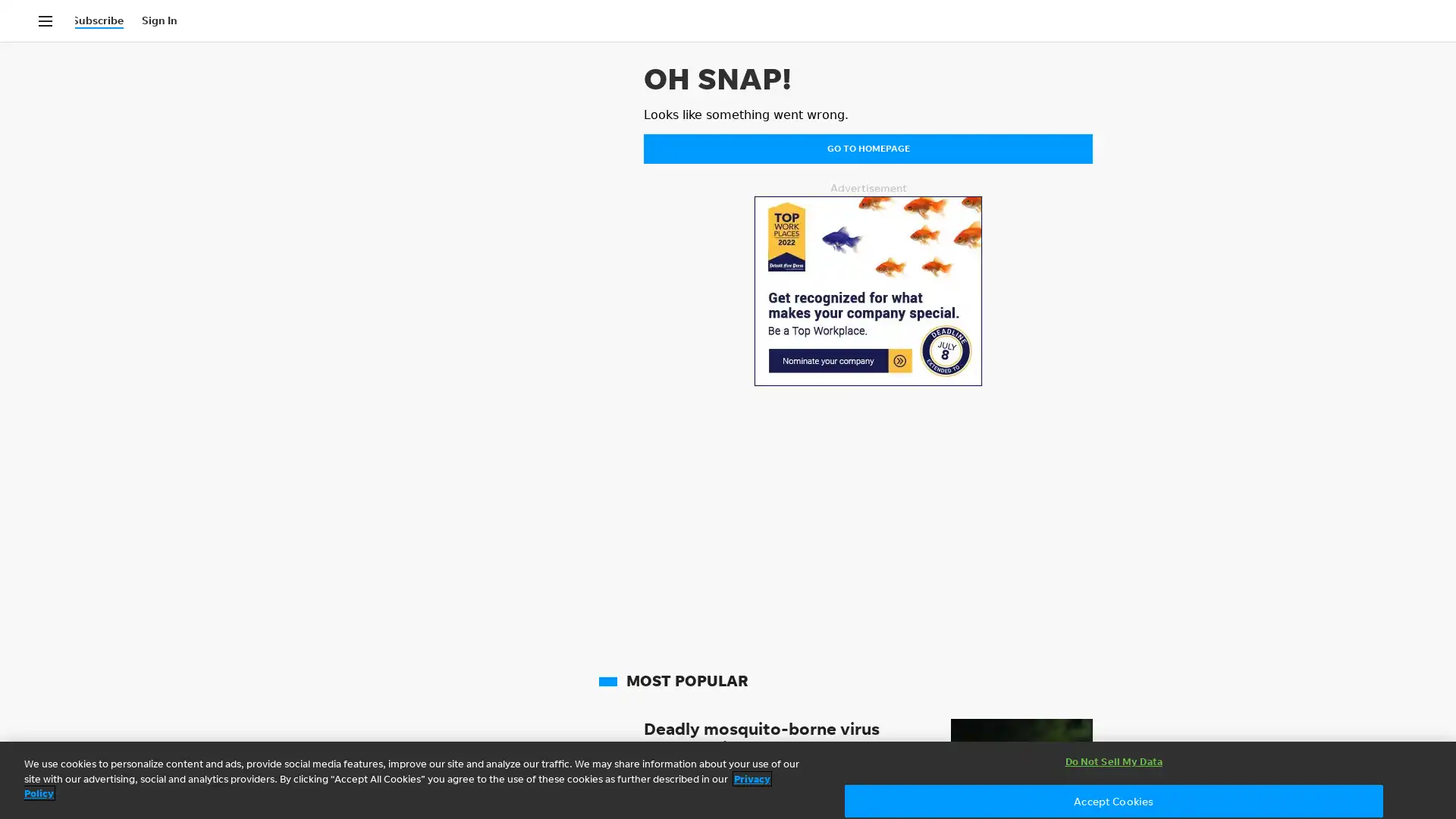 This screenshot has height=819, width=1456. What do you see at coordinates (1113, 761) in the screenshot?
I see `Do Not Sell My Data` at bounding box center [1113, 761].